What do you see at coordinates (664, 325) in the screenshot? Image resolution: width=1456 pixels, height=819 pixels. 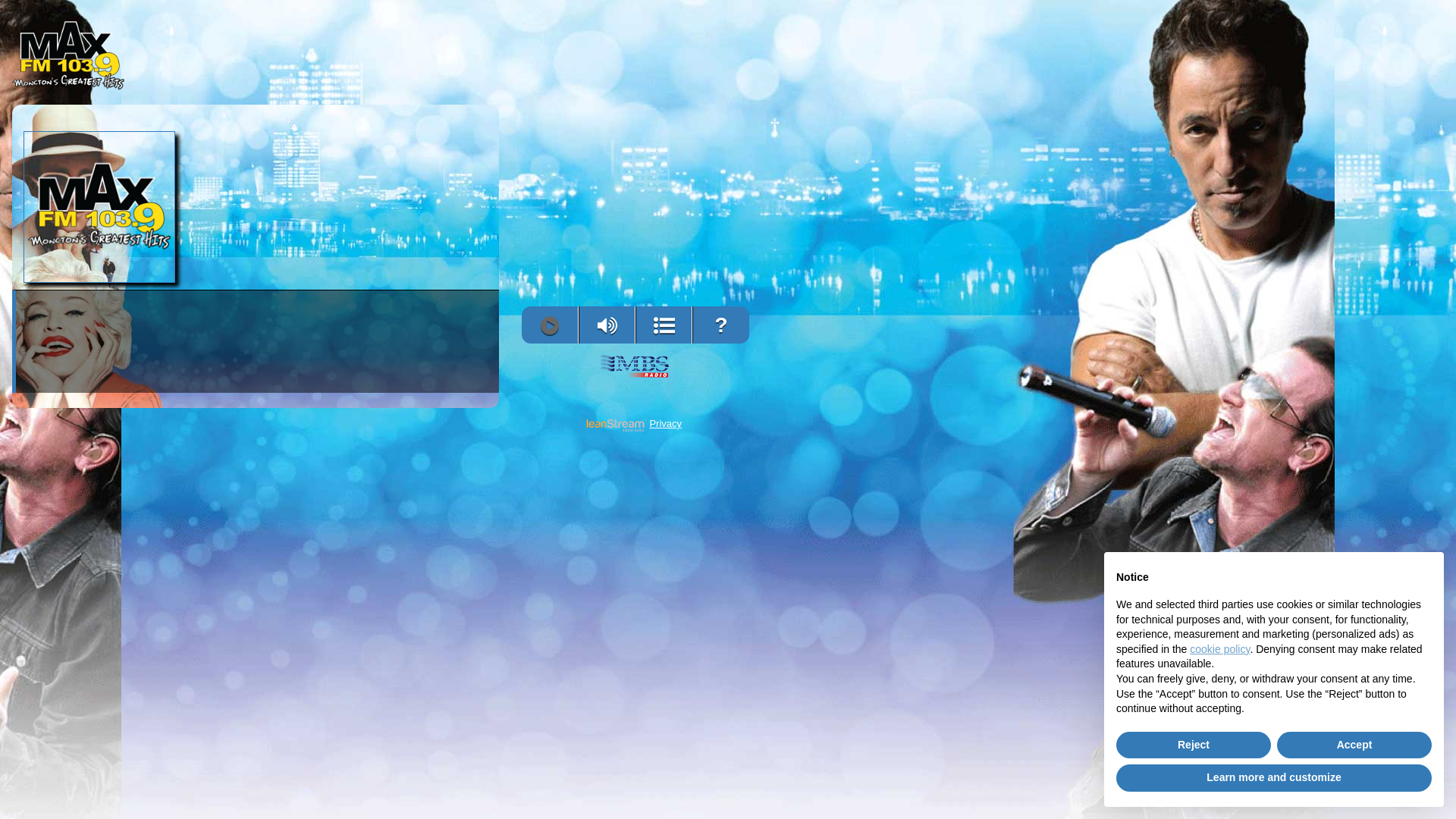 I see `'View Song History'` at bounding box center [664, 325].